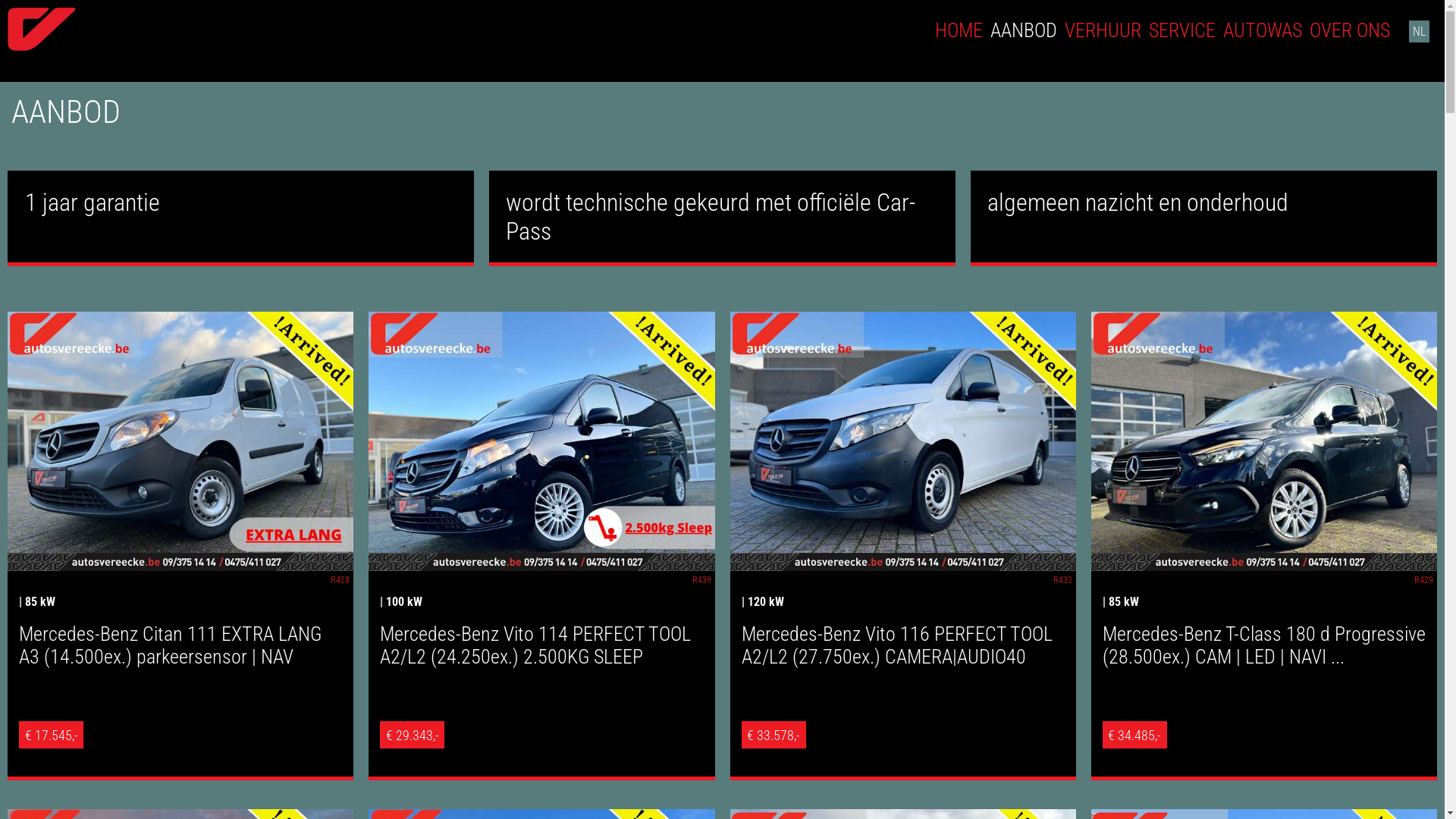 This screenshot has width=1456, height=819. I want to click on 'AUTOWAS', so click(1263, 30).